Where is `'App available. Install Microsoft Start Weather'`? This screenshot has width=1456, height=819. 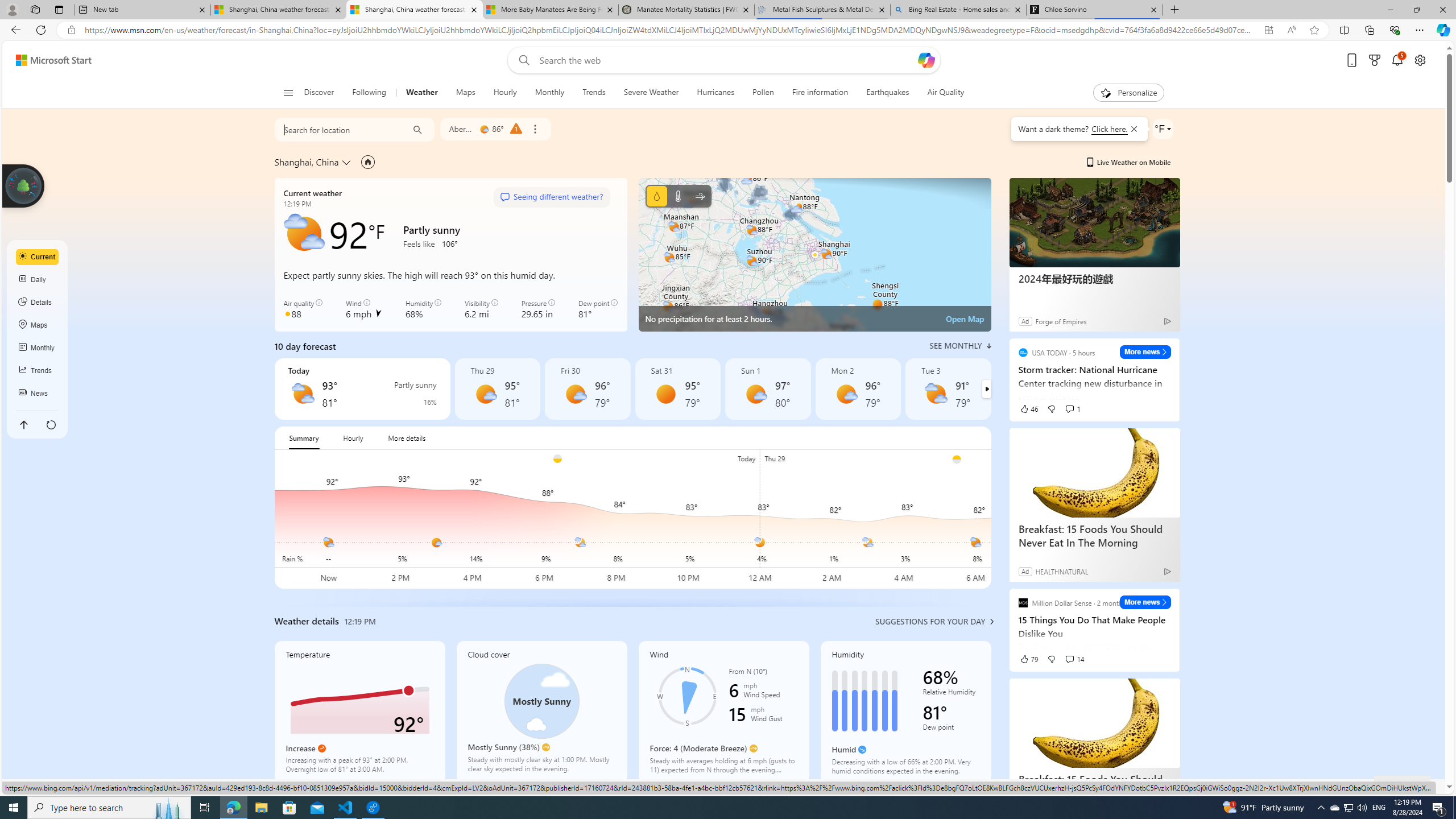 'App available. Install Microsoft Start Weather' is located at coordinates (1268, 30).